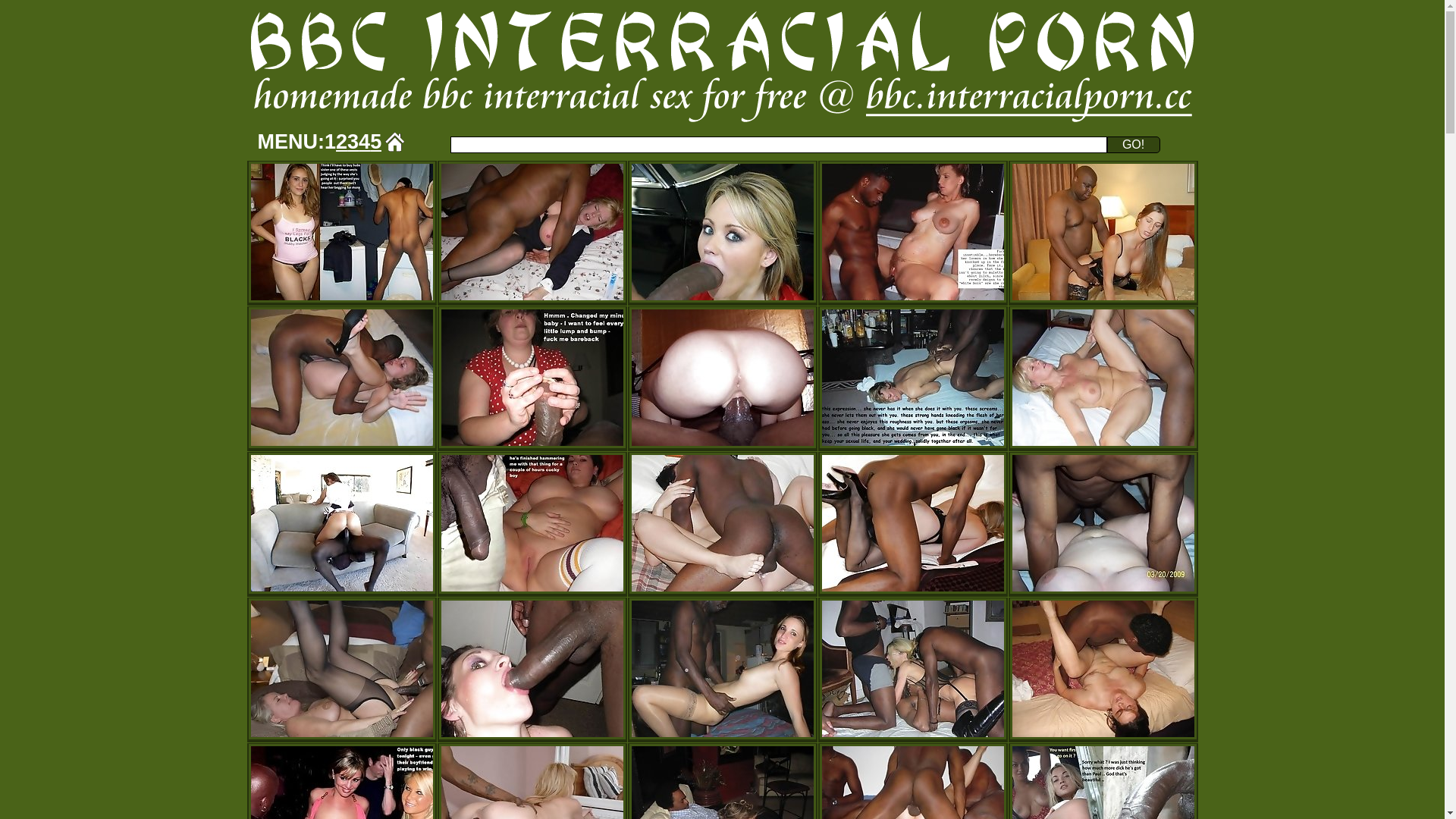 The width and height of the screenshot is (1456, 819). Describe the element at coordinates (395, 141) in the screenshot. I see `'Home'` at that location.